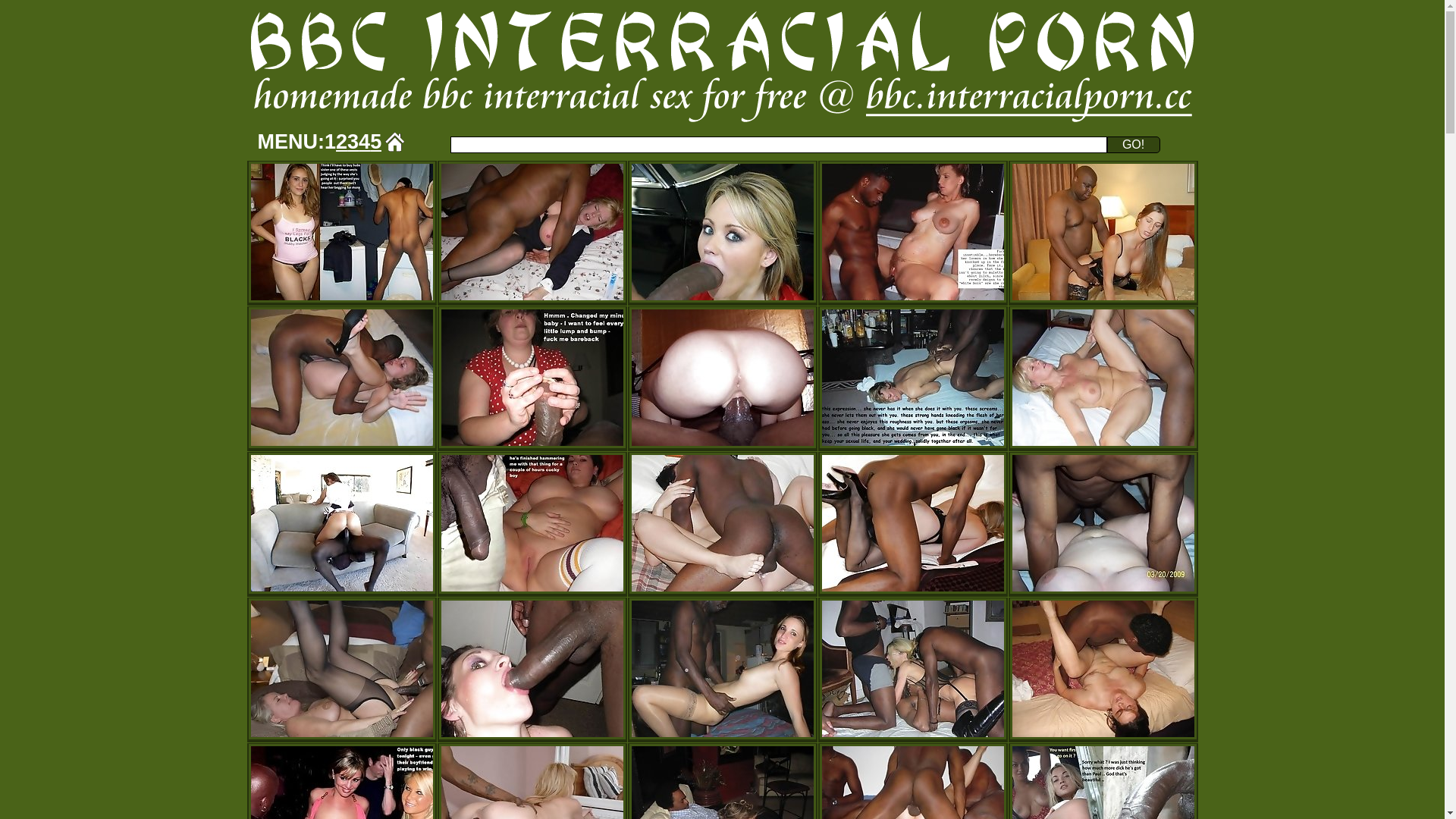 The width and height of the screenshot is (1456, 819). Describe the element at coordinates (395, 141) in the screenshot. I see `'Home'` at that location.